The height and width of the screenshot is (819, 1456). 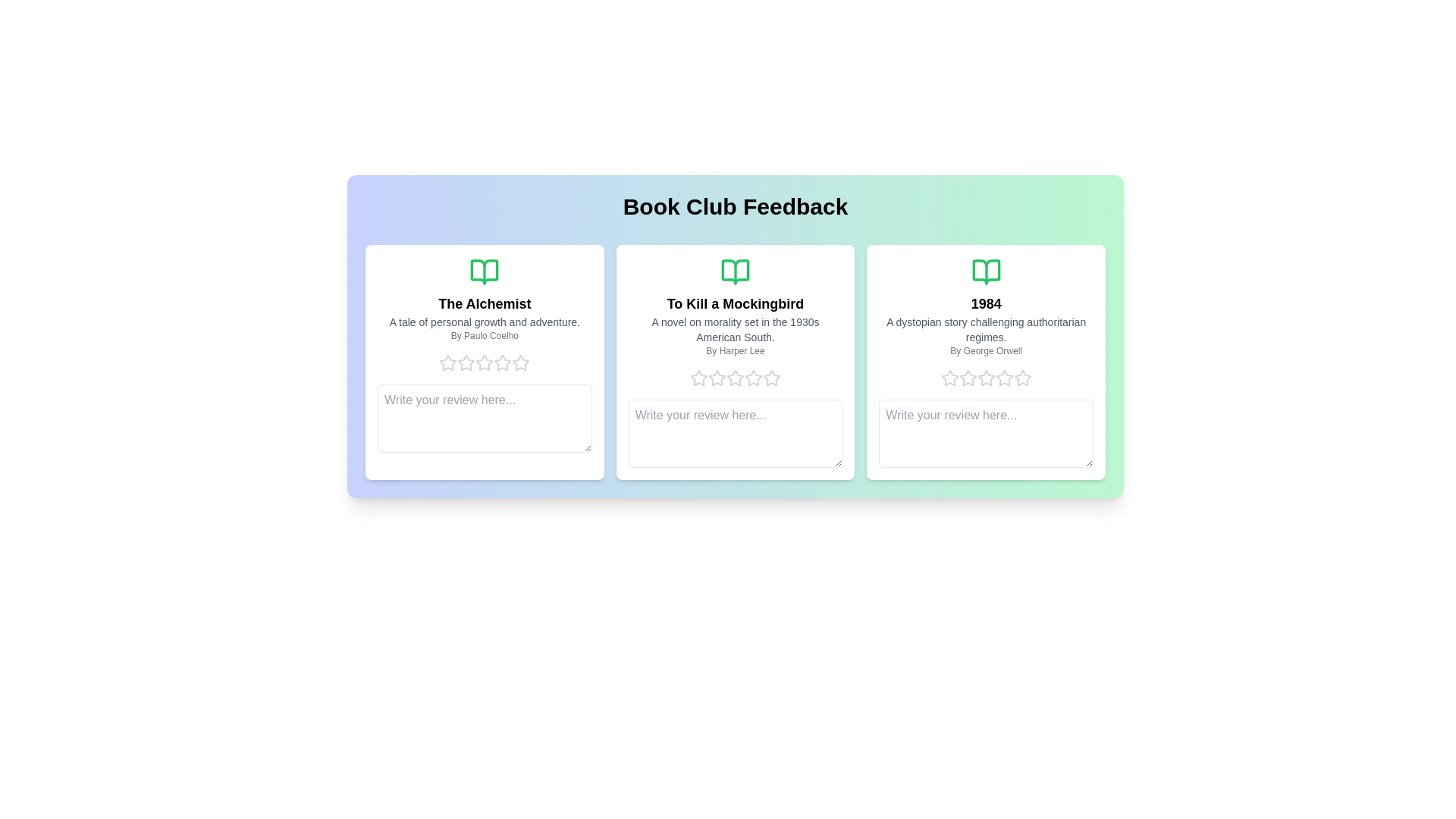 I want to click on the third star in the rating system under the book title 'To Kill a Mockingbird' to assign a rating, so click(x=716, y=377).